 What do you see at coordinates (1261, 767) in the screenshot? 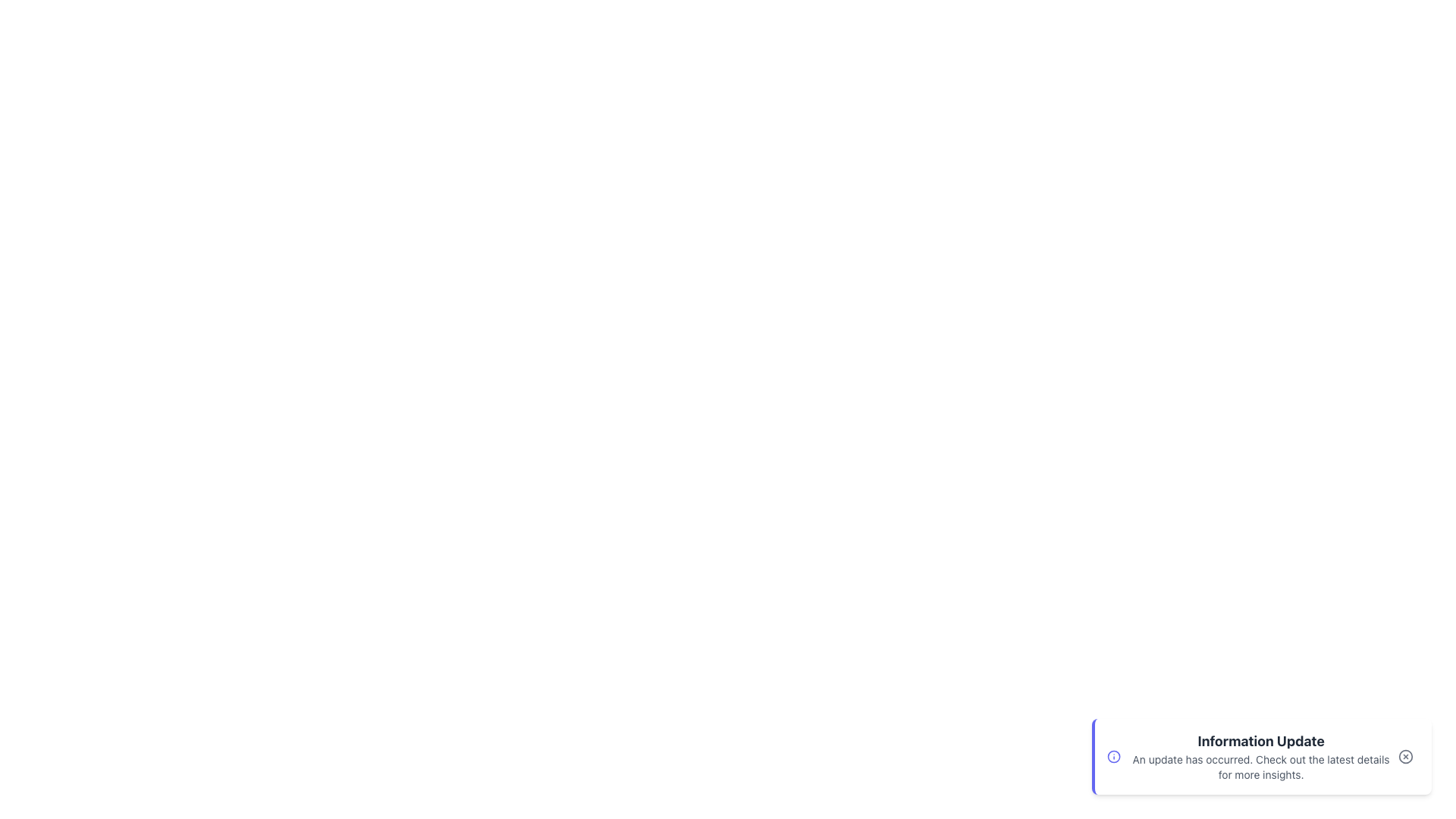
I see `text block containing the message 'An update has occurred. Check out the latest details for more insights.' located below the heading 'Information Update' in the notification popup` at bounding box center [1261, 767].